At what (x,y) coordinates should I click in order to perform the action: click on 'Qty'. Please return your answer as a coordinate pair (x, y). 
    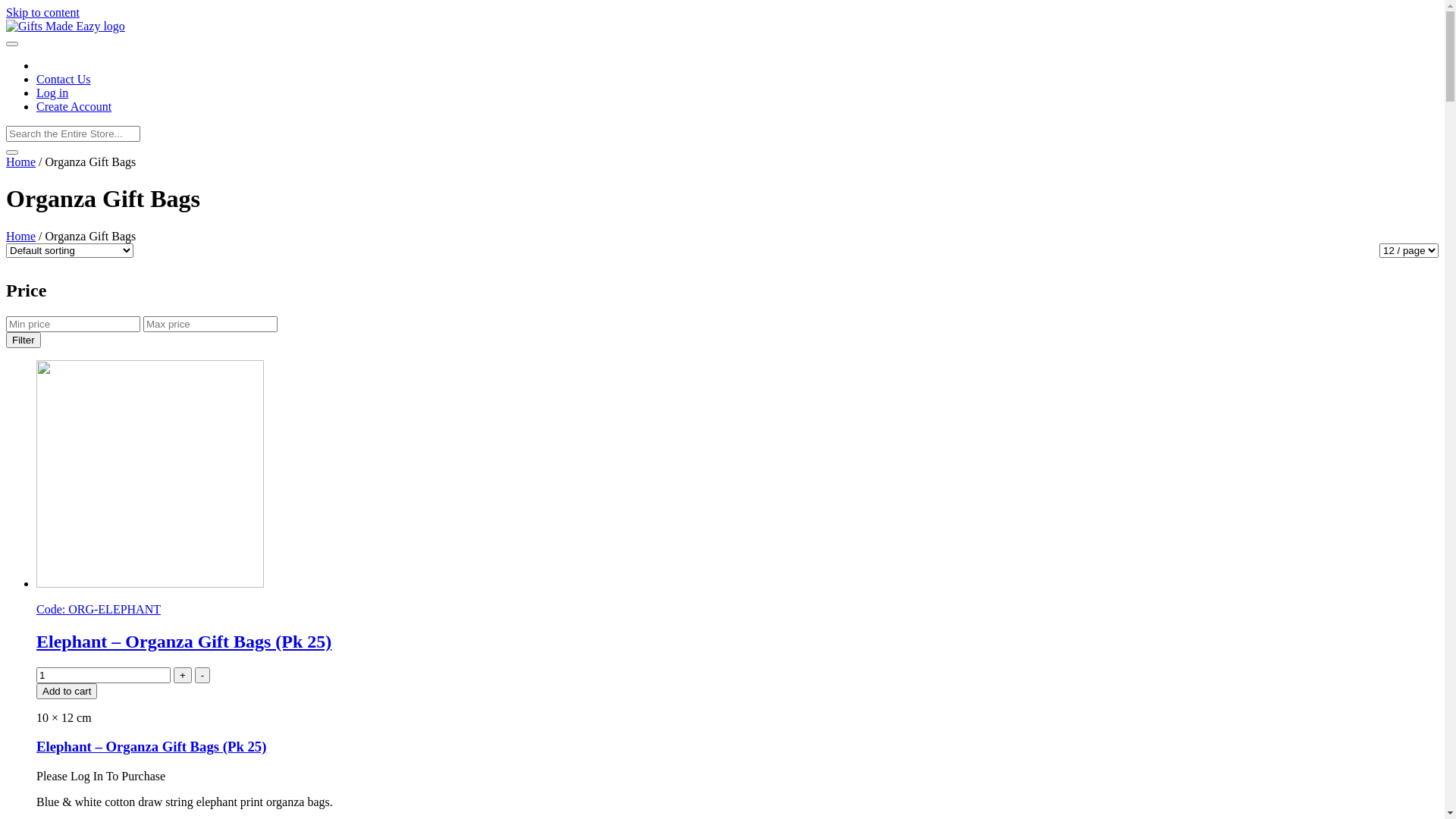
    Looking at the image, I should click on (102, 674).